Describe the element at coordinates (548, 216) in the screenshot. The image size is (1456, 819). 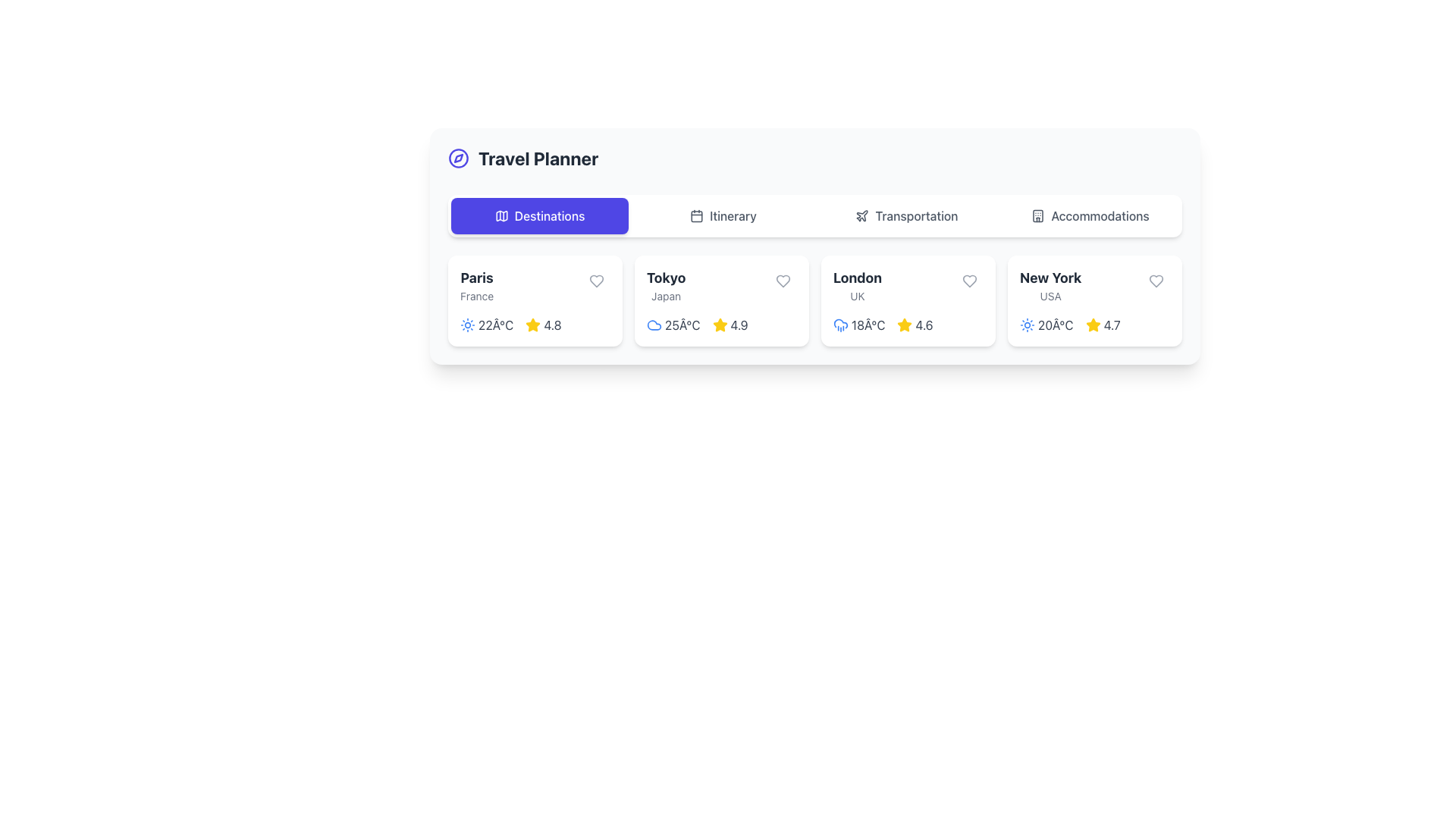
I see `the text label 'Destinations' which is centrally located within the navigation button in the top navigation bar` at that location.